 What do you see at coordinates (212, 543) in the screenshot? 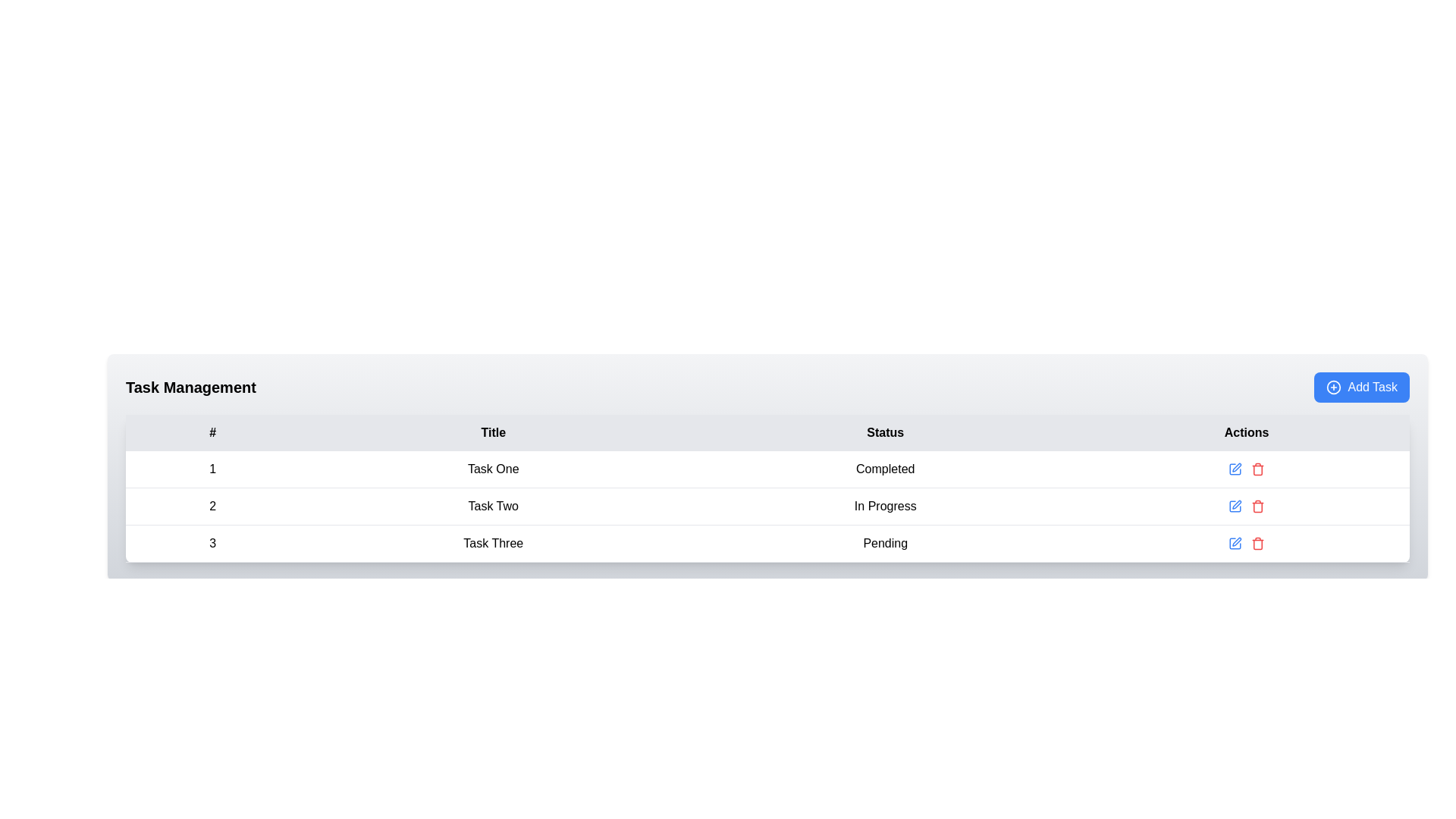
I see `text content of the sequential identifier in the first column of the third row within the task management table, which serves as a reference or index` at bounding box center [212, 543].